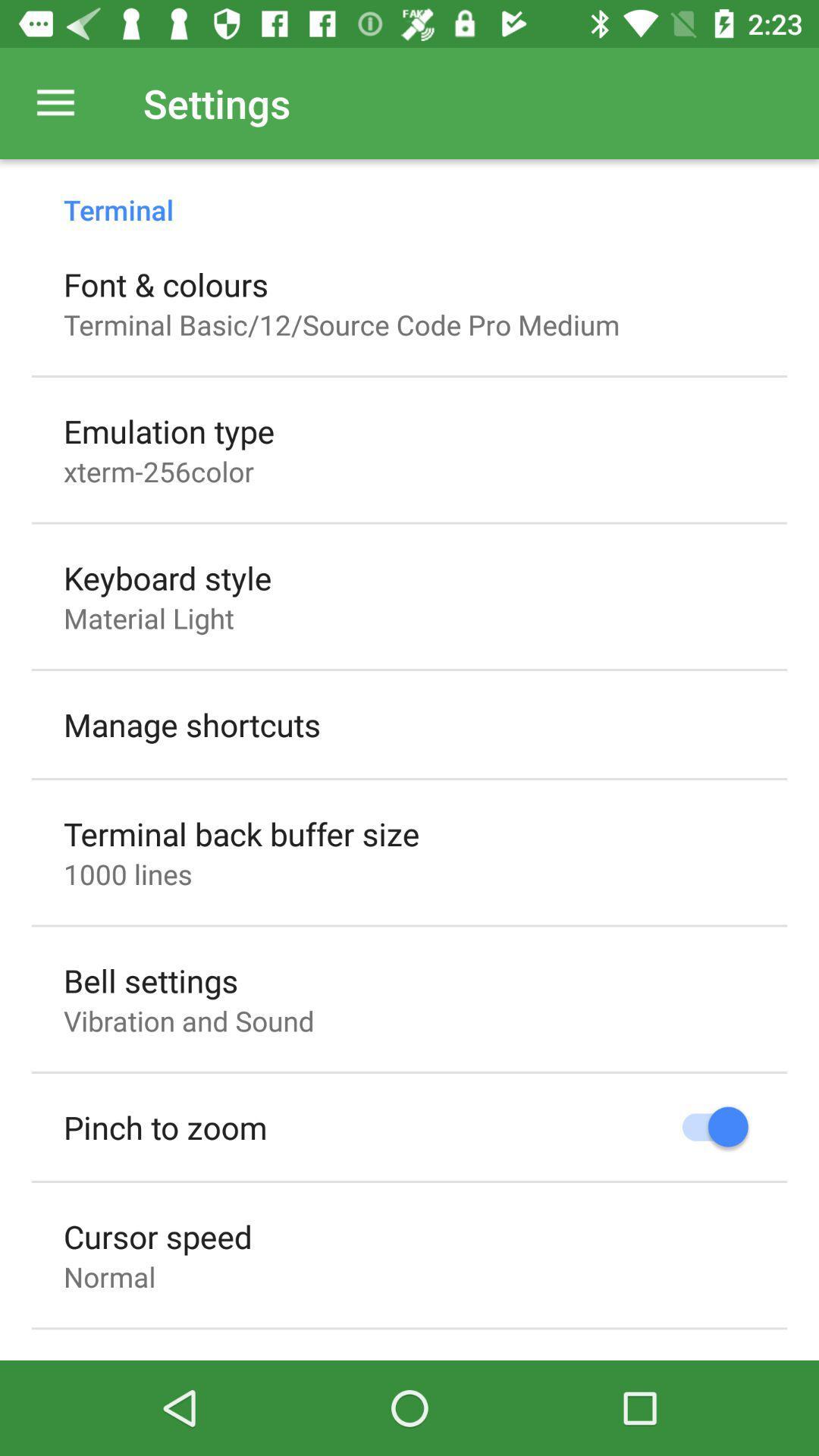 This screenshot has width=819, height=1456. What do you see at coordinates (165, 1127) in the screenshot?
I see `icon above the cursor speed icon` at bounding box center [165, 1127].